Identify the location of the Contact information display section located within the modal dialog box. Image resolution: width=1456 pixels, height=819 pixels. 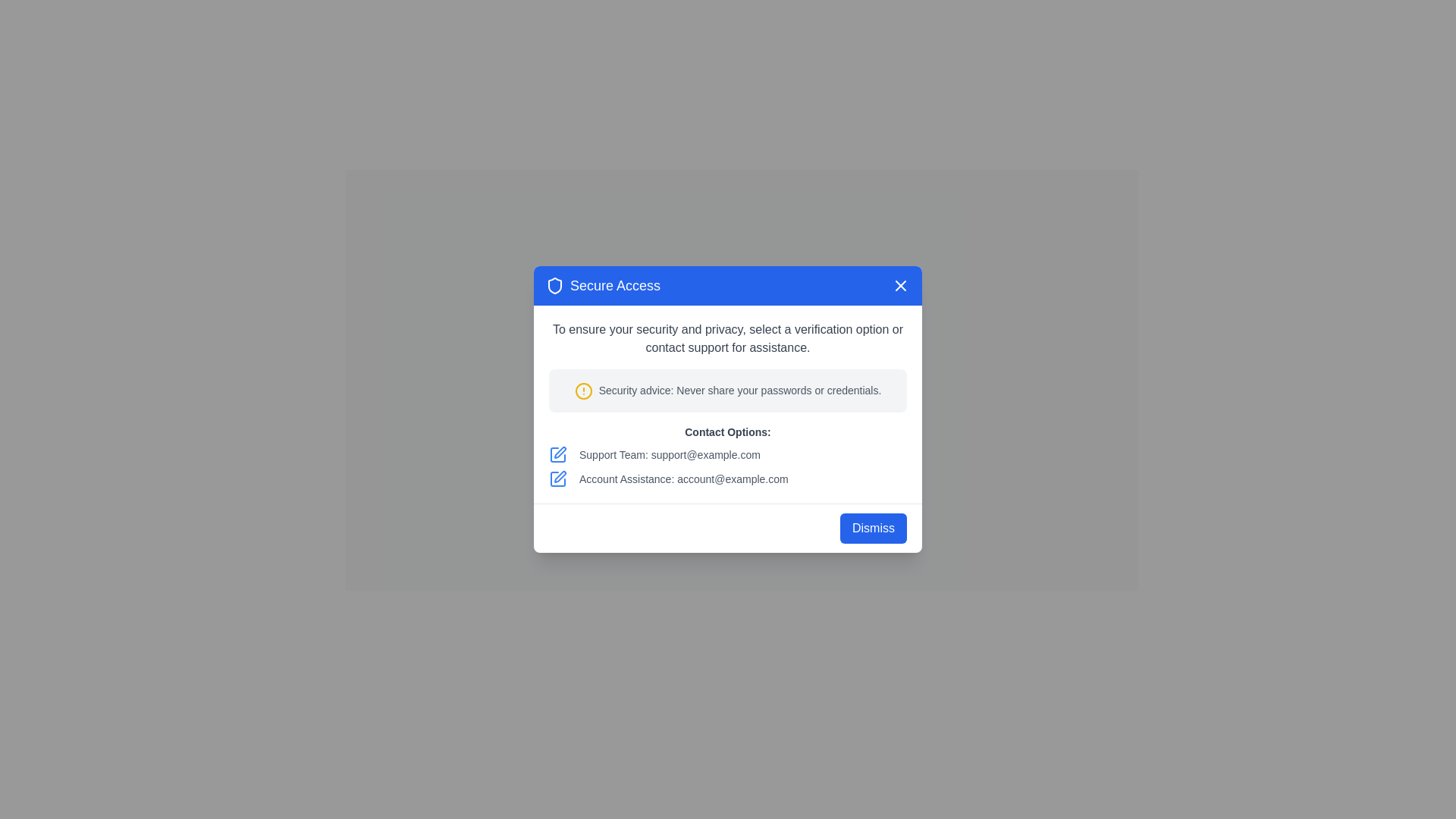
(728, 455).